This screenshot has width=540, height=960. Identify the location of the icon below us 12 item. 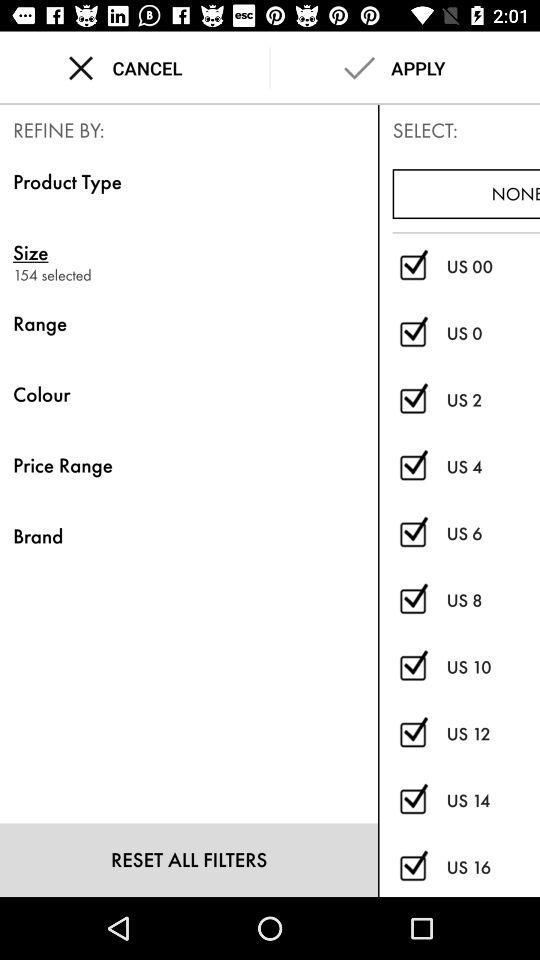
(492, 801).